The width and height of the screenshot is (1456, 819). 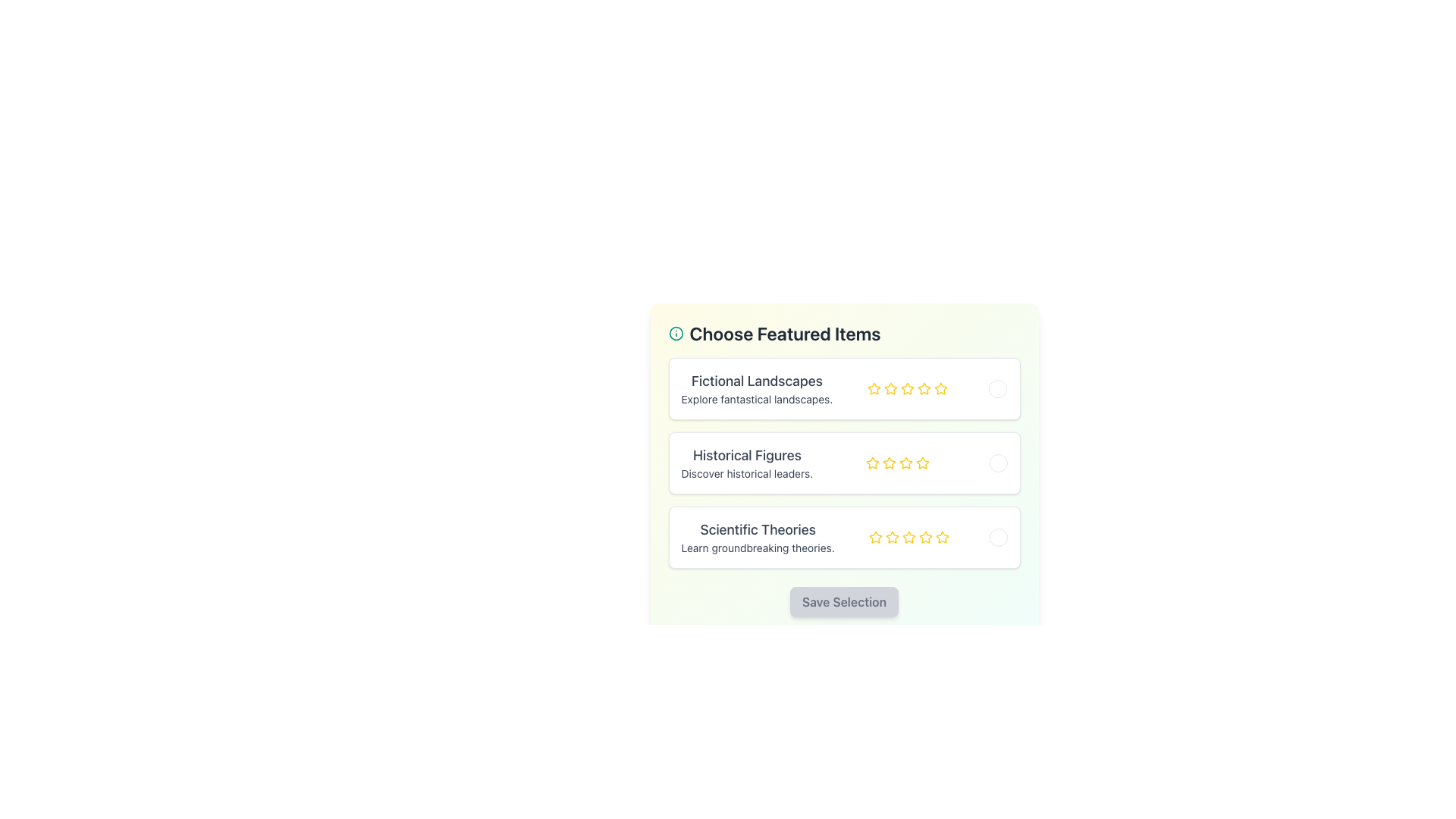 What do you see at coordinates (843, 601) in the screenshot?
I see `the save button located at the bottom of the interface, below the selection panels labeled 'Fictional Landscapes', 'Historical Figures', and 'Scientific Theories'` at bounding box center [843, 601].